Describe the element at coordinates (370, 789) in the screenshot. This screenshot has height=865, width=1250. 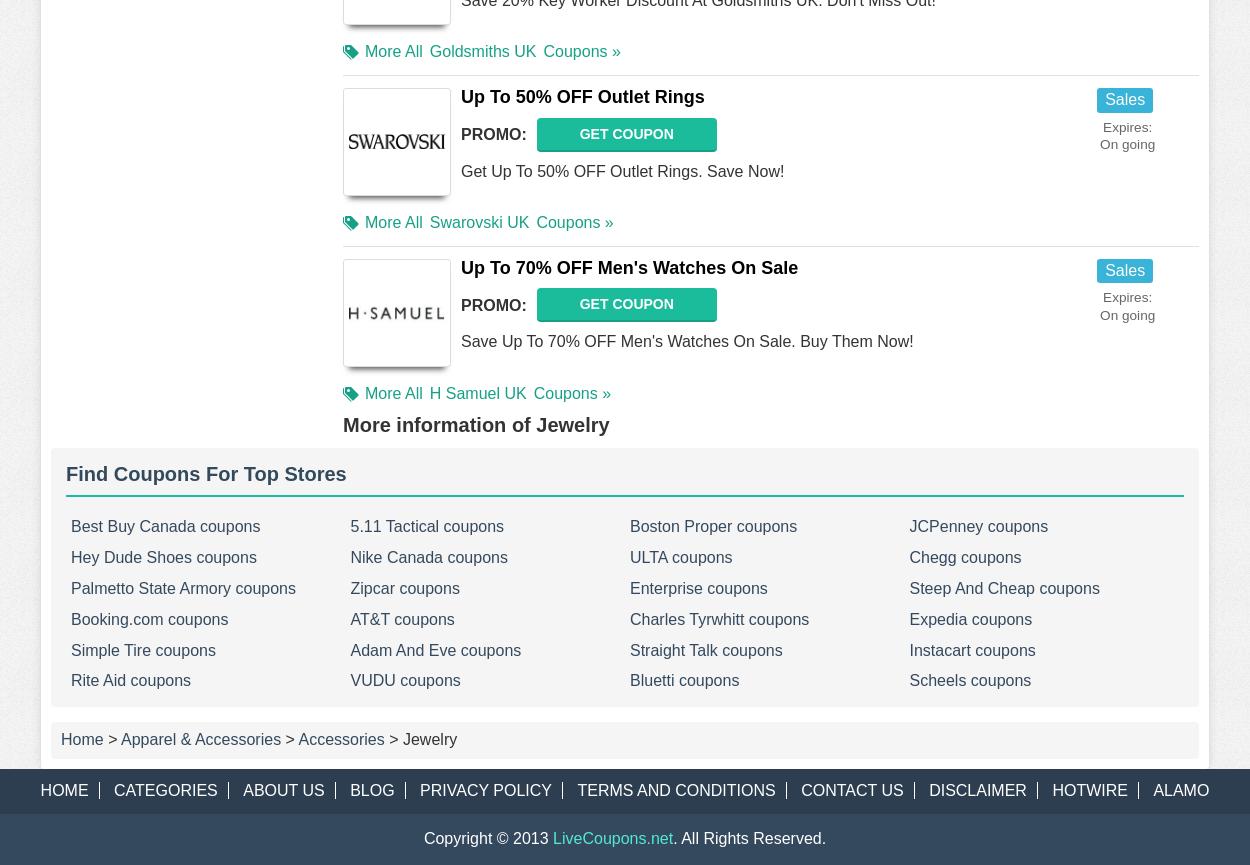
I see `'BLOG'` at that location.